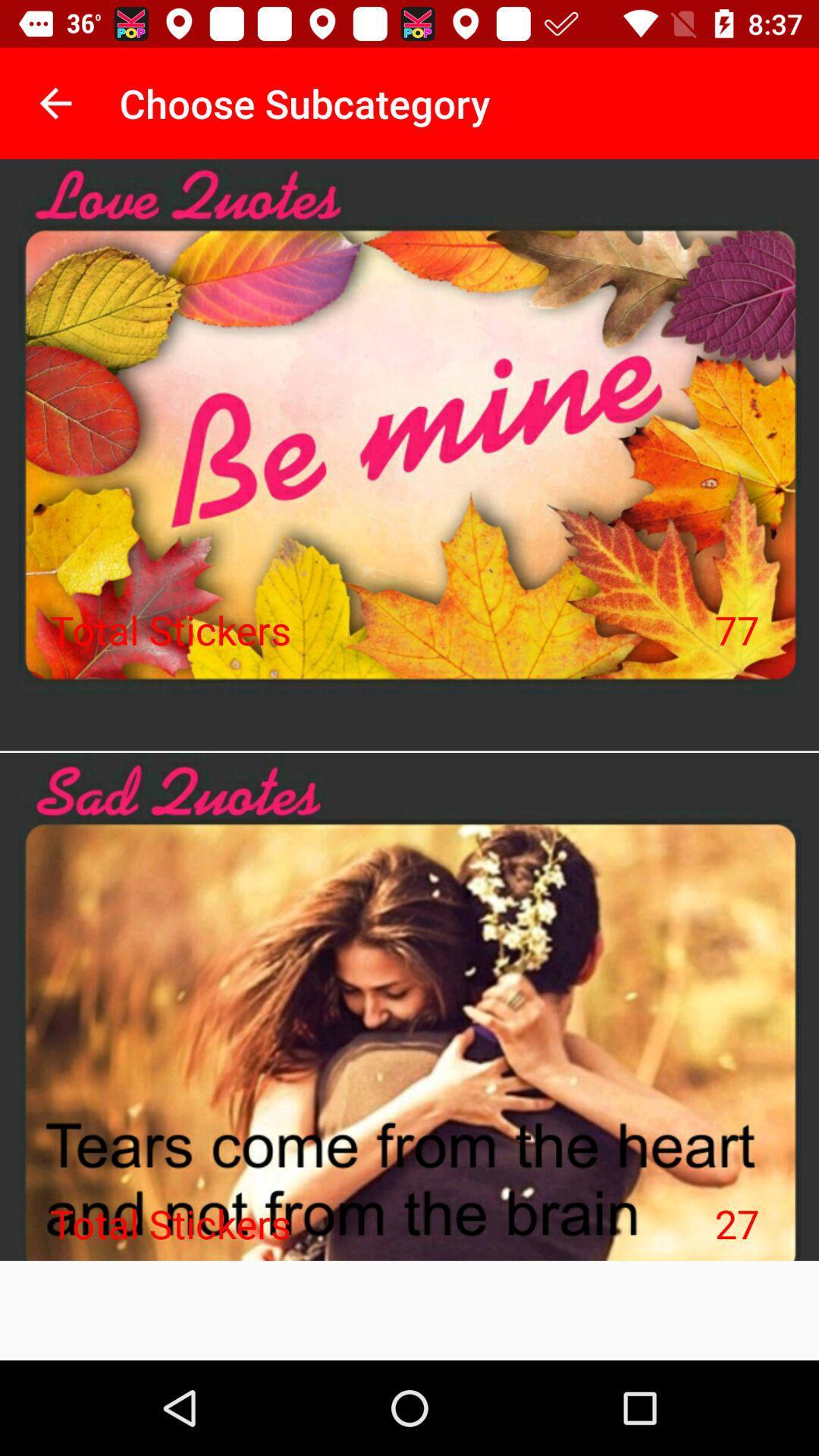 The width and height of the screenshot is (819, 1456). I want to click on icon at the top left corner, so click(55, 102).